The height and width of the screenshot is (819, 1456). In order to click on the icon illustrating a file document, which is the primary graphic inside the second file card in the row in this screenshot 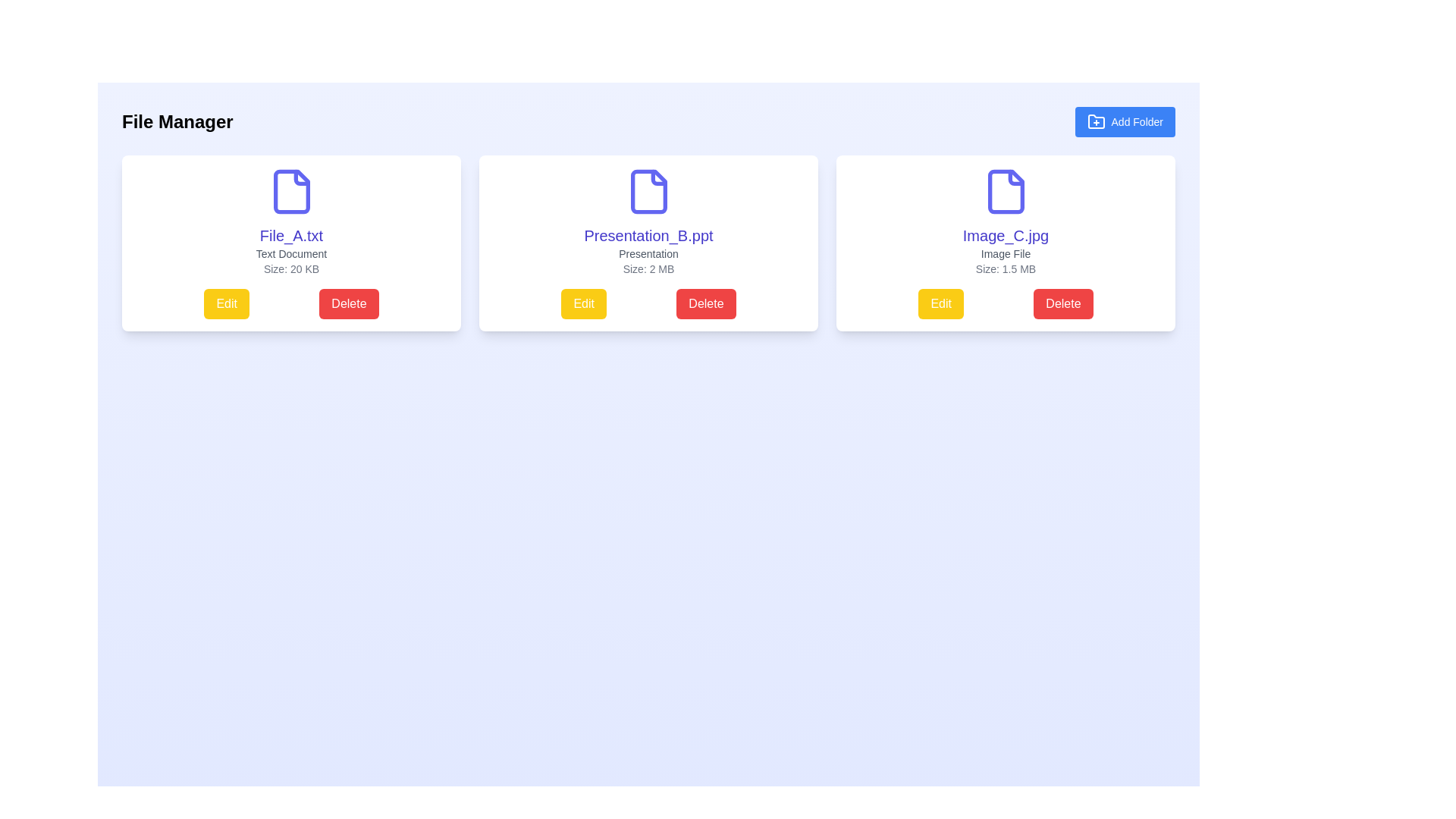, I will do `click(648, 191)`.